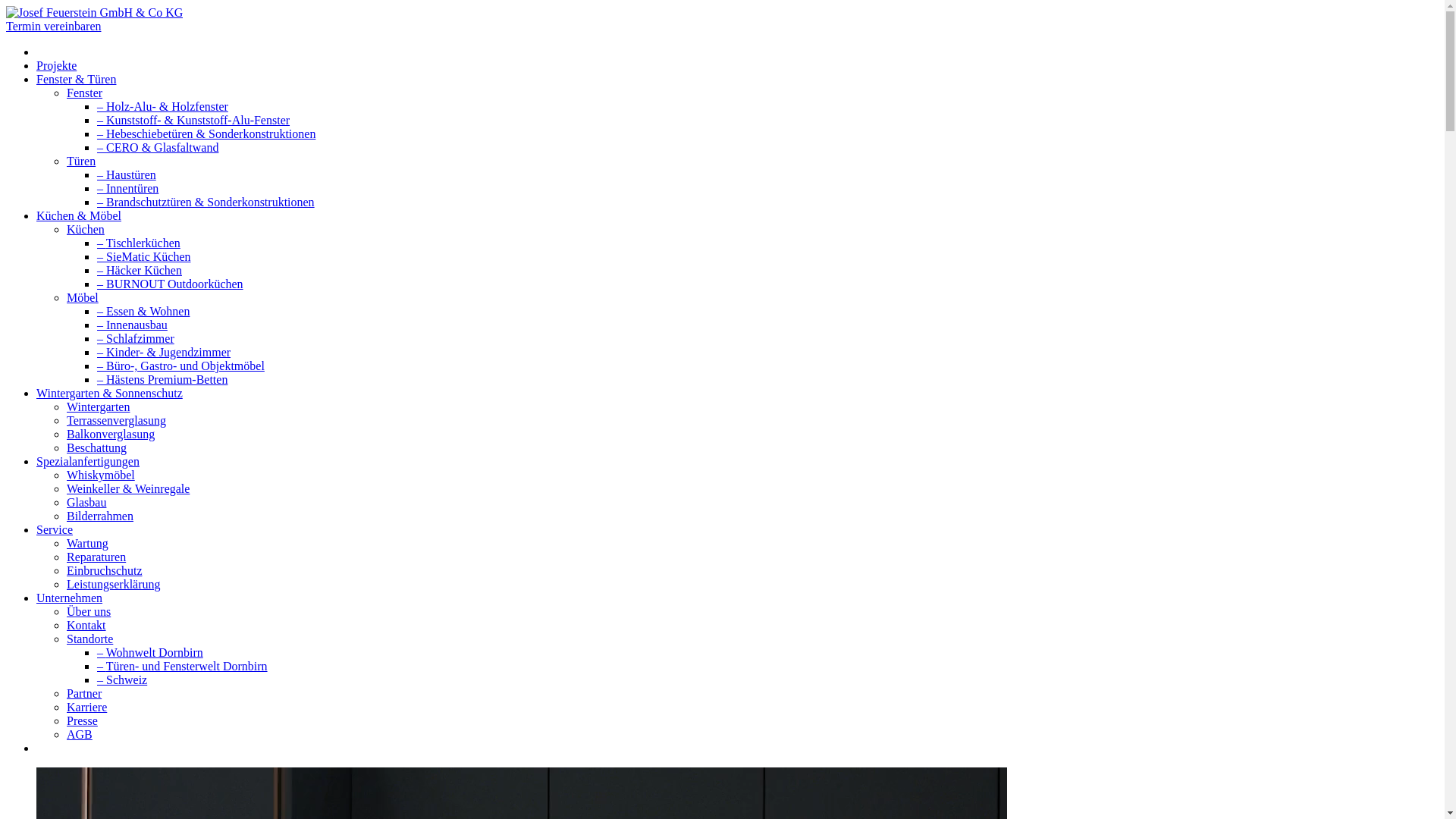 This screenshot has width=1456, height=819. What do you see at coordinates (81, 720) in the screenshot?
I see `'Presse'` at bounding box center [81, 720].